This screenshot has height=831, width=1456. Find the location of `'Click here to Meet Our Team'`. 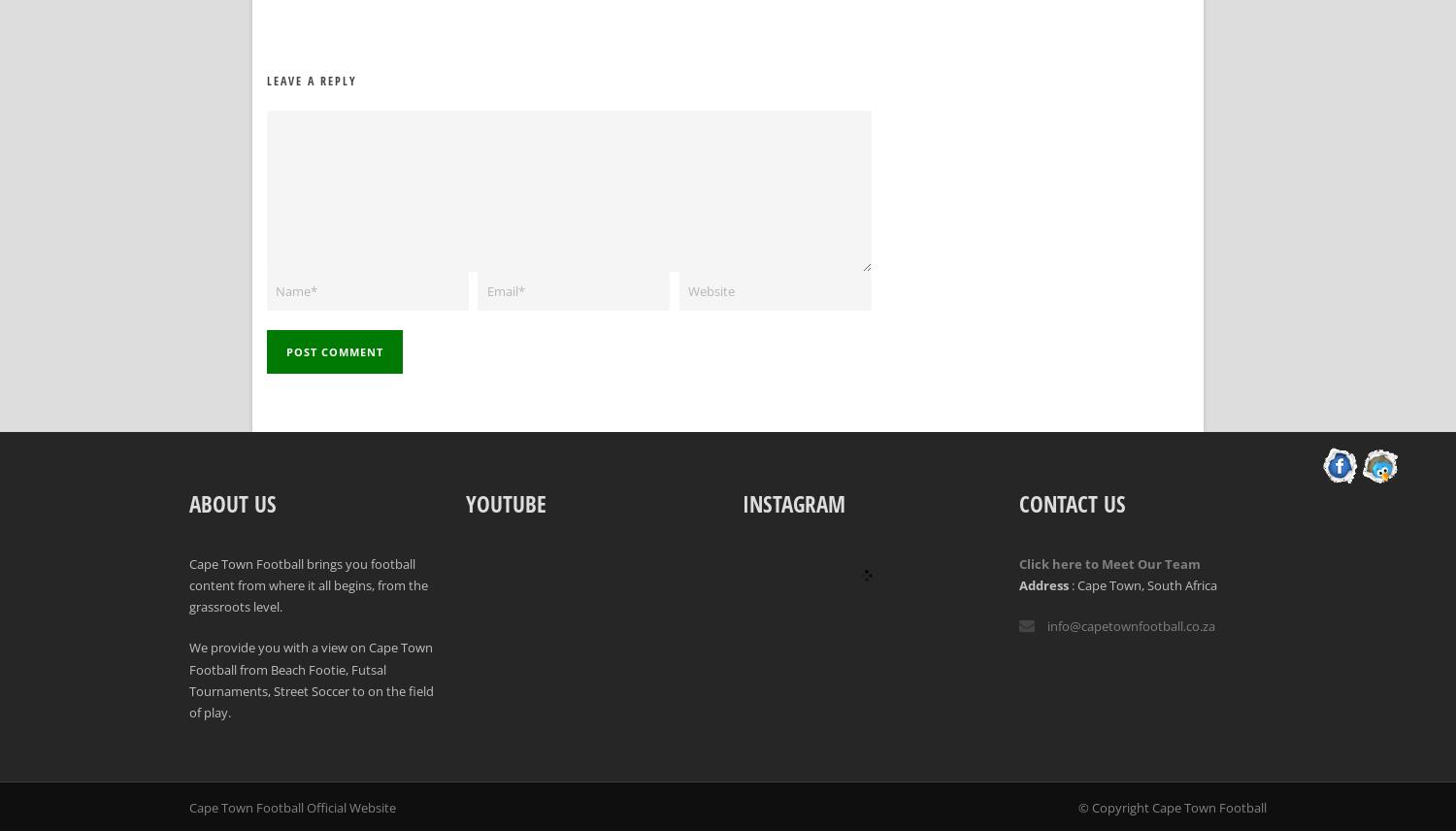

'Click here to Meet Our Team' is located at coordinates (1019, 563).